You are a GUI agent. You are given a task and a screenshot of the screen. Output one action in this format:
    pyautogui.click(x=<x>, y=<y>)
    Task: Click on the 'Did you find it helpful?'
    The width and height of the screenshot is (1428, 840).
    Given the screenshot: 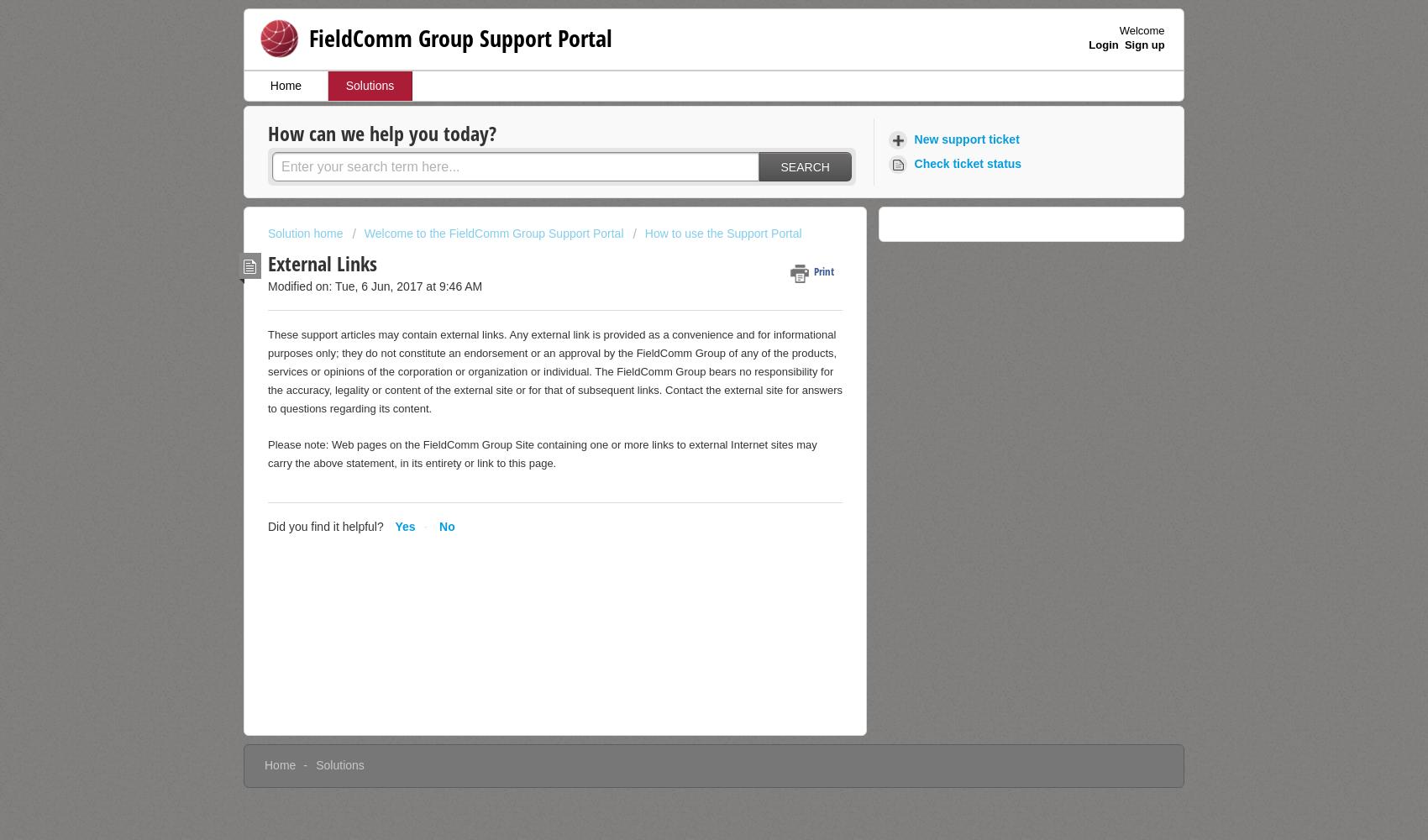 What is the action you would take?
    pyautogui.click(x=324, y=526)
    